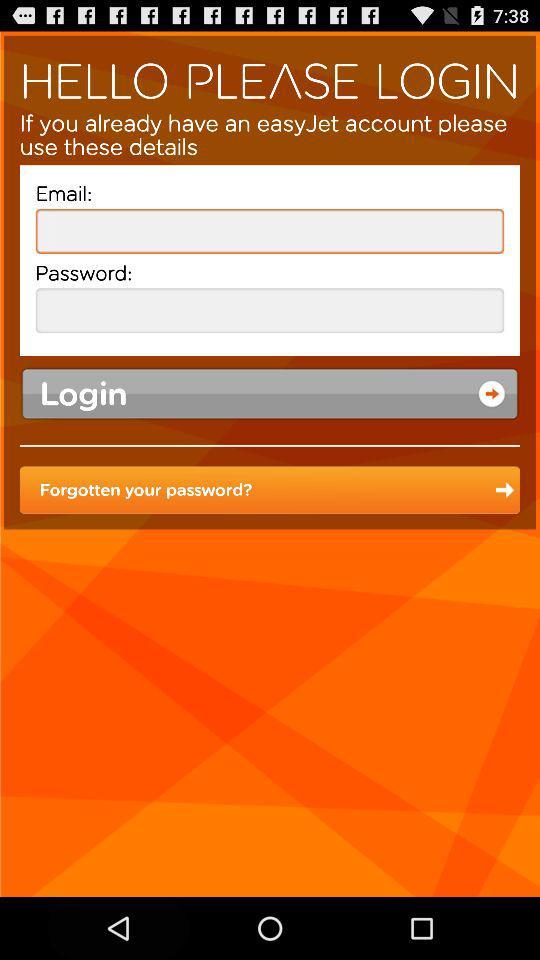  I want to click on password button, so click(270, 310).